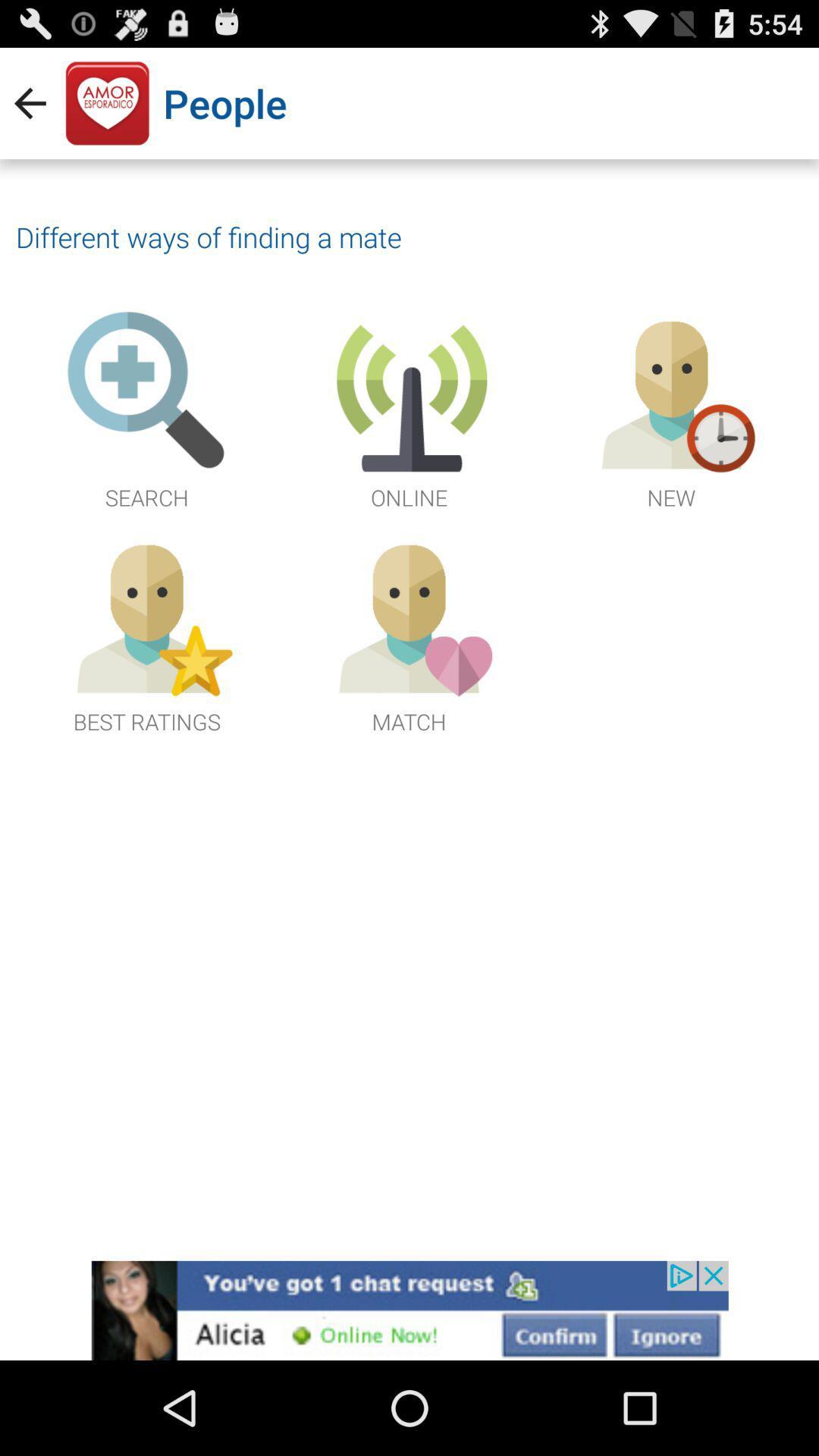 This screenshot has height=1456, width=819. What do you see at coordinates (409, 1310) in the screenshot?
I see `advertisement website` at bounding box center [409, 1310].